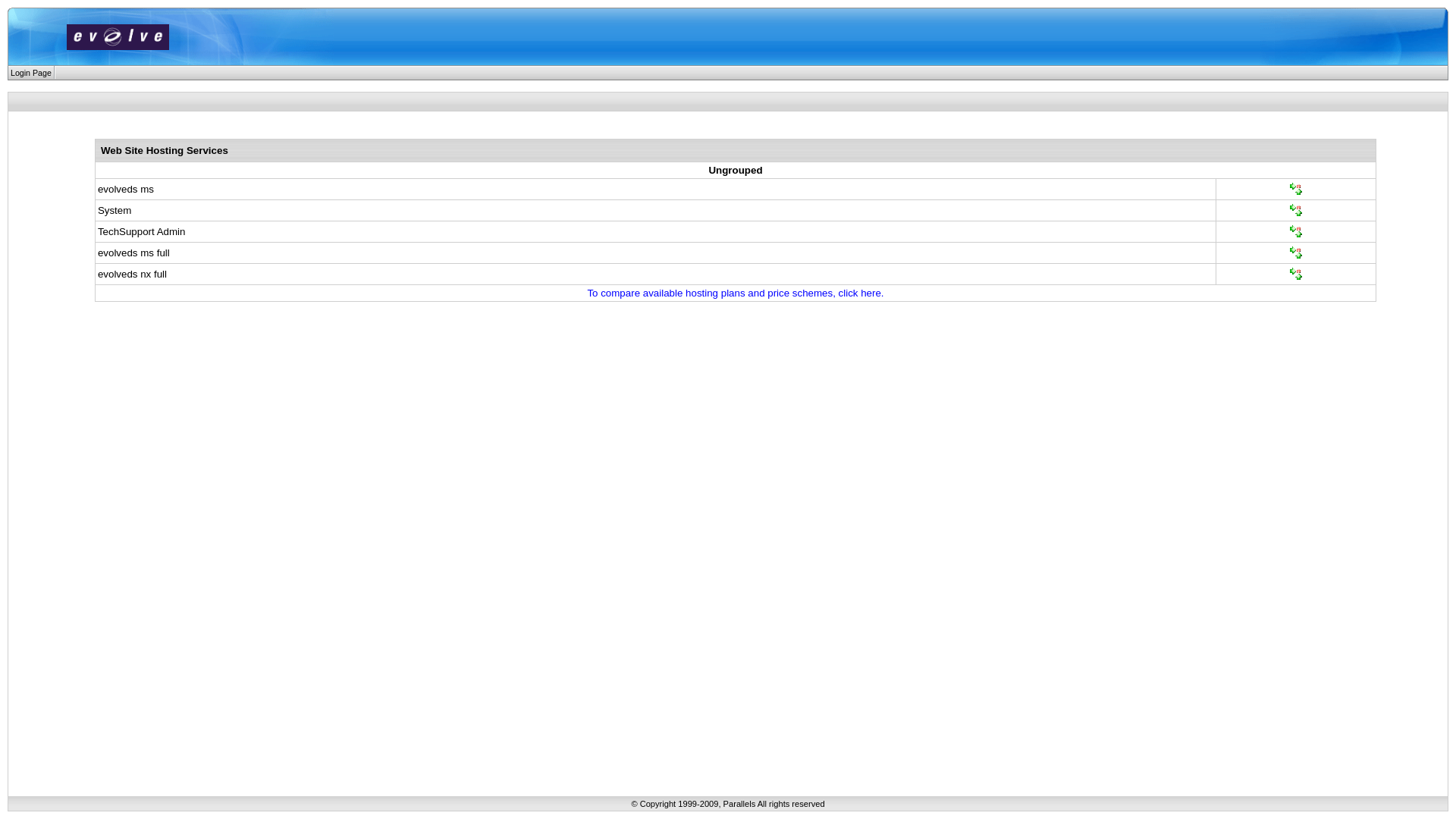 This screenshot has height=819, width=1456. I want to click on 'TechSupport Admin', so click(142, 231).